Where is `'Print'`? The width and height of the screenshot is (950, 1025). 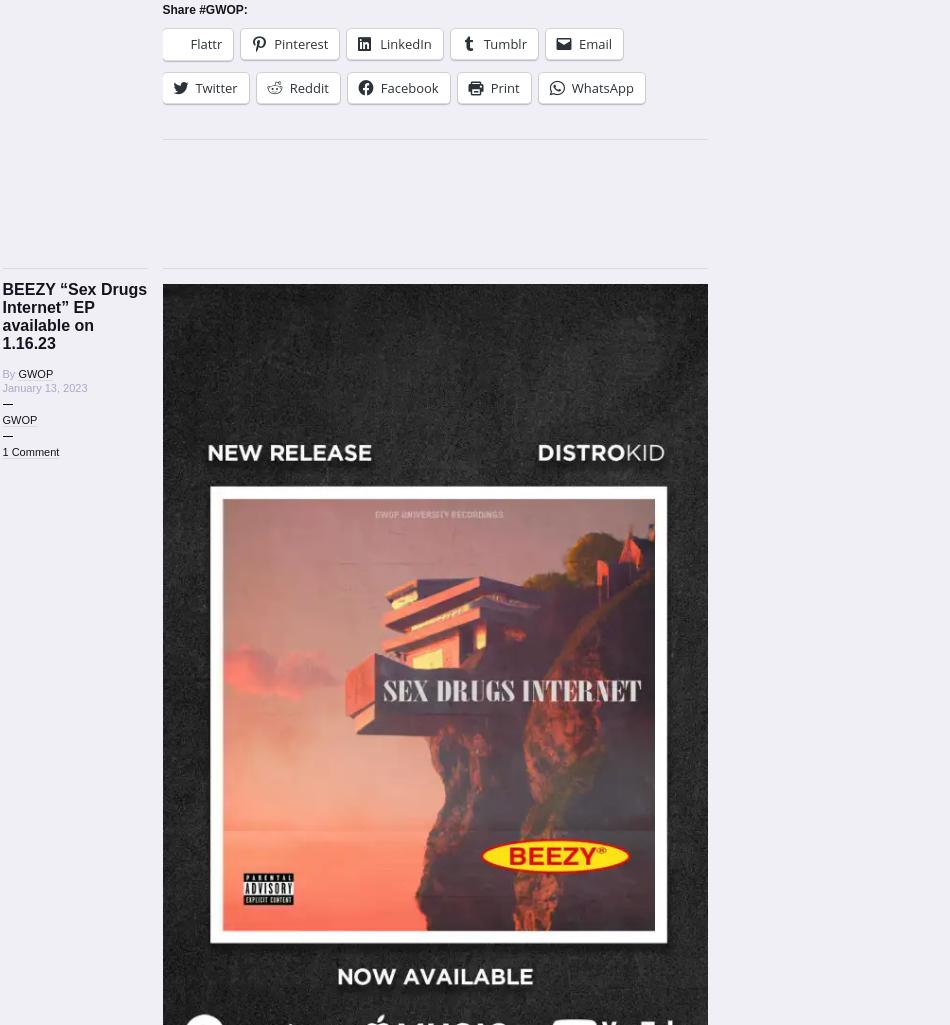 'Print' is located at coordinates (504, 87).